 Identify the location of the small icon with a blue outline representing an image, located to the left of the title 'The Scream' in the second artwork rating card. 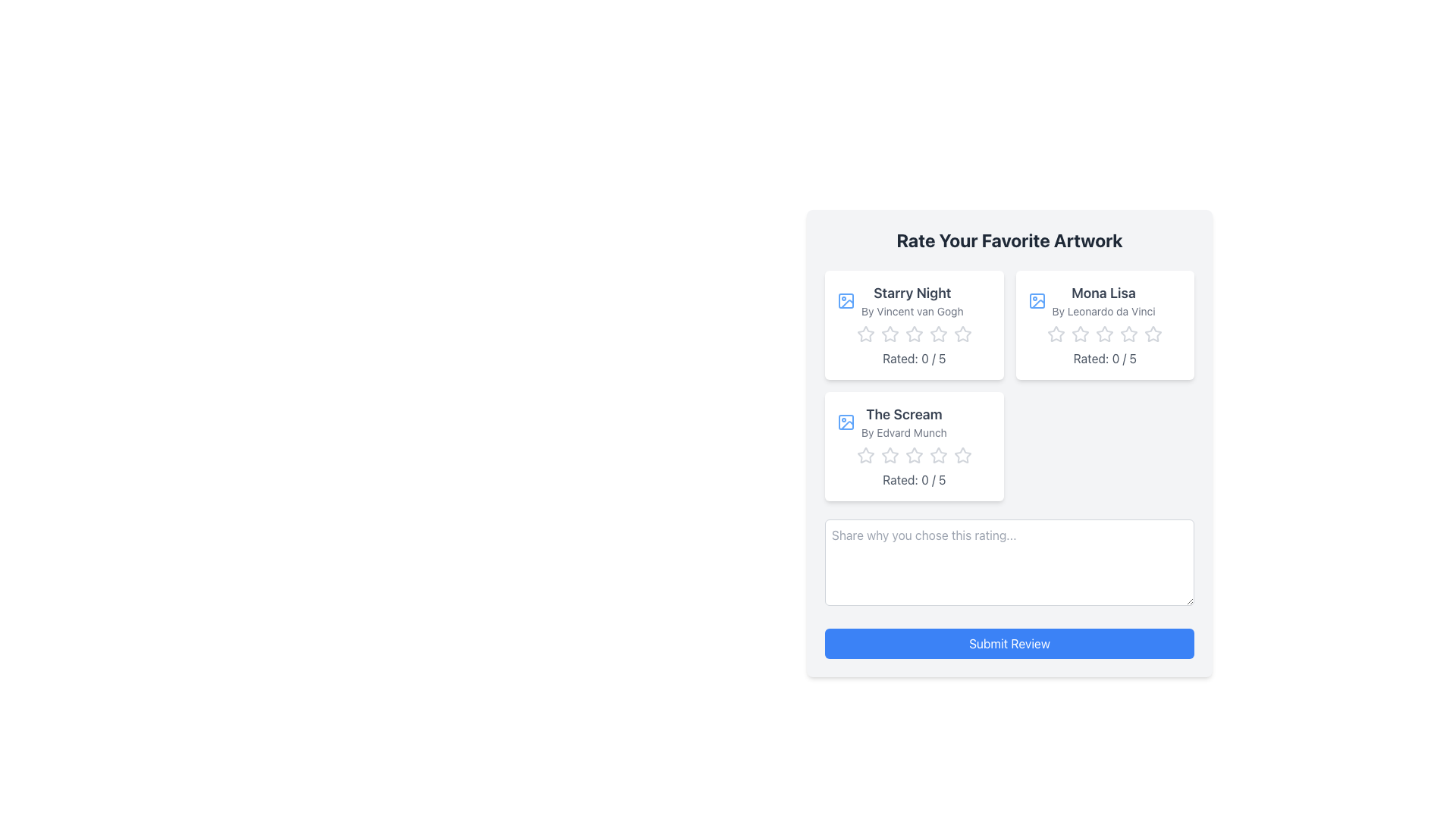
(846, 422).